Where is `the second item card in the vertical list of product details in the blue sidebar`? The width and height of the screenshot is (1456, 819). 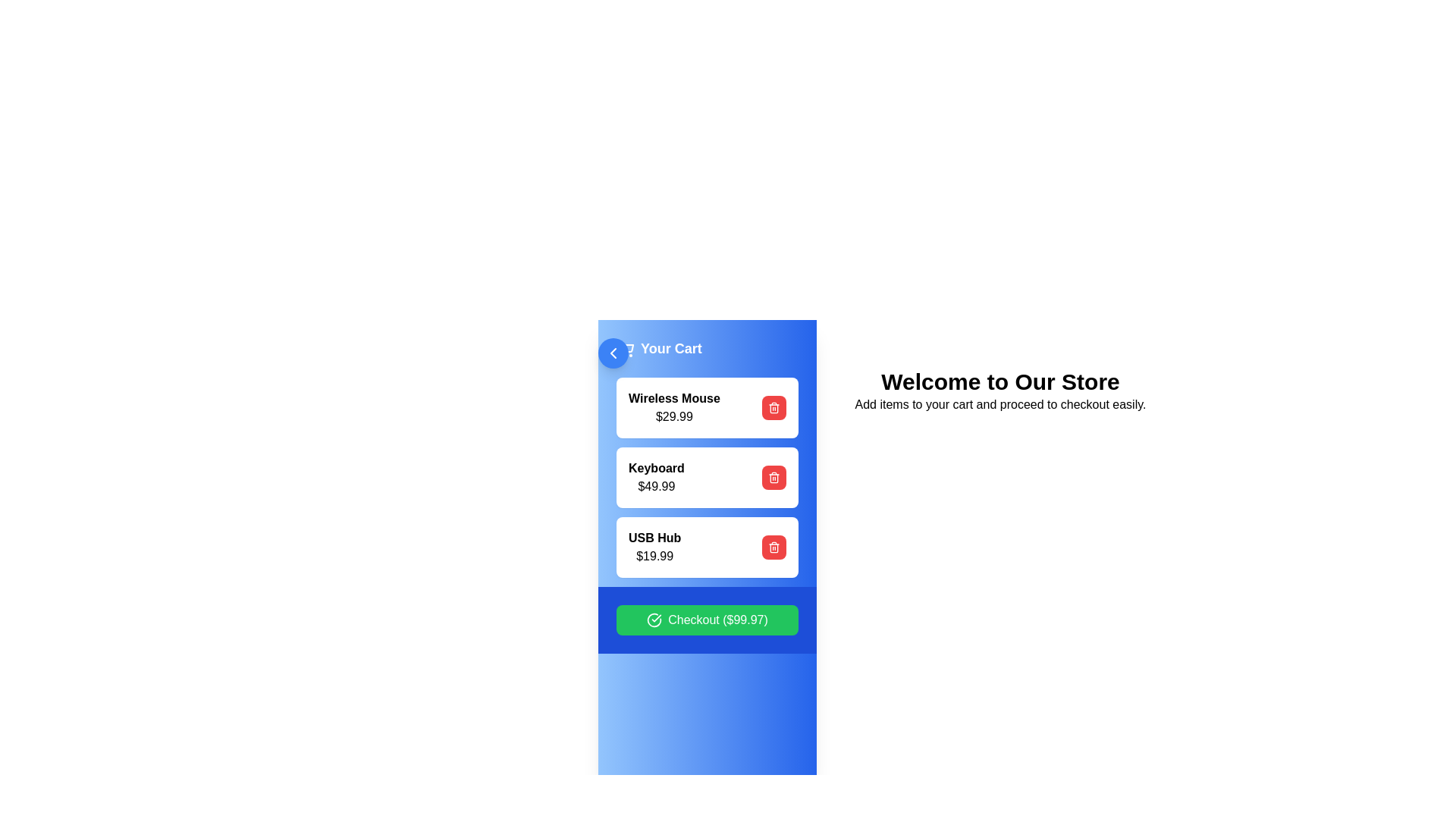 the second item card in the vertical list of product details in the blue sidebar is located at coordinates (706, 476).